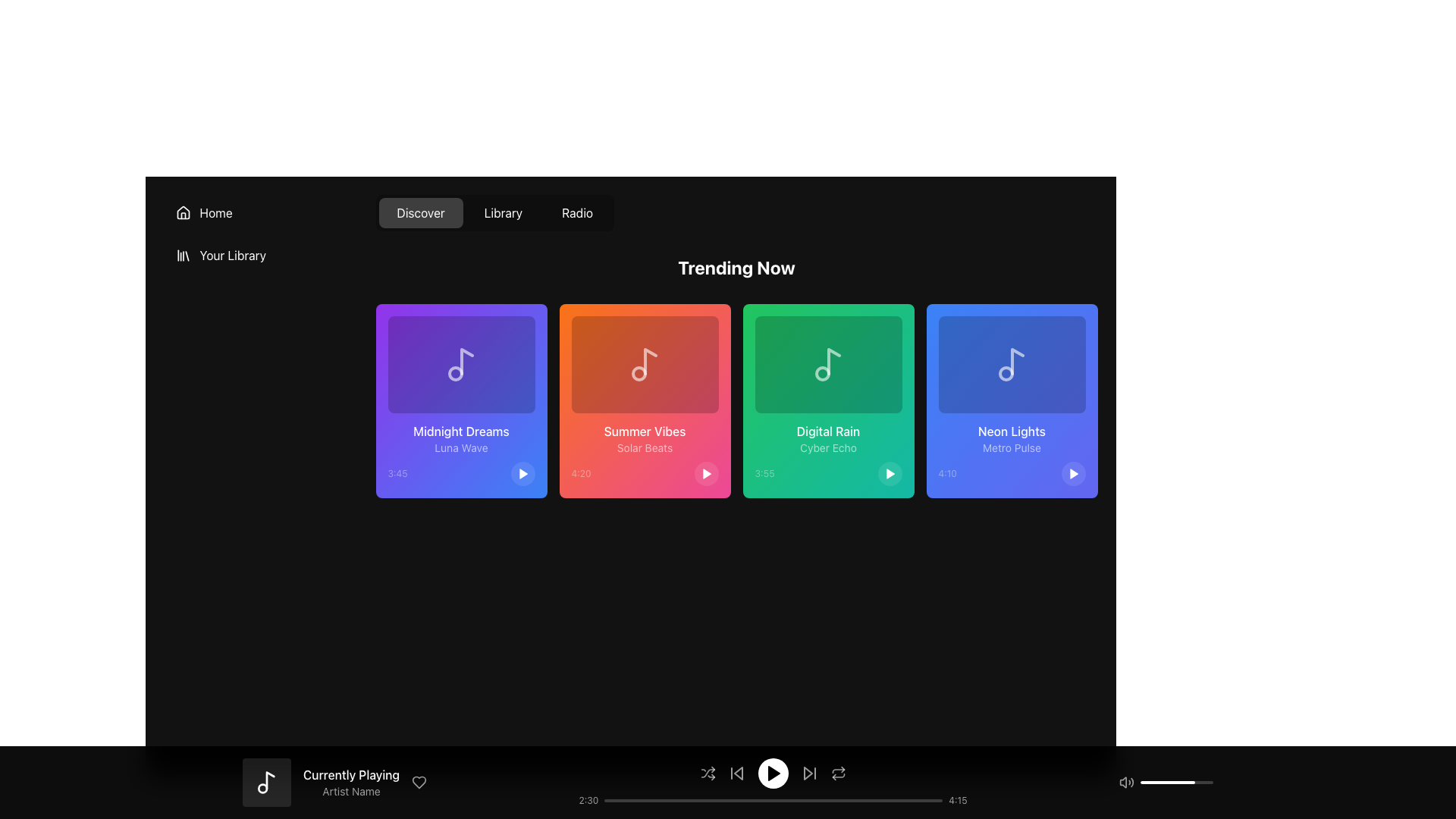  Describe the element at coordinates (522, 472) in the screenshot. I see `the play button located in the bottom-right corner of the 'Midnight Dreams' card in the 'Trending Now' section` at that location.